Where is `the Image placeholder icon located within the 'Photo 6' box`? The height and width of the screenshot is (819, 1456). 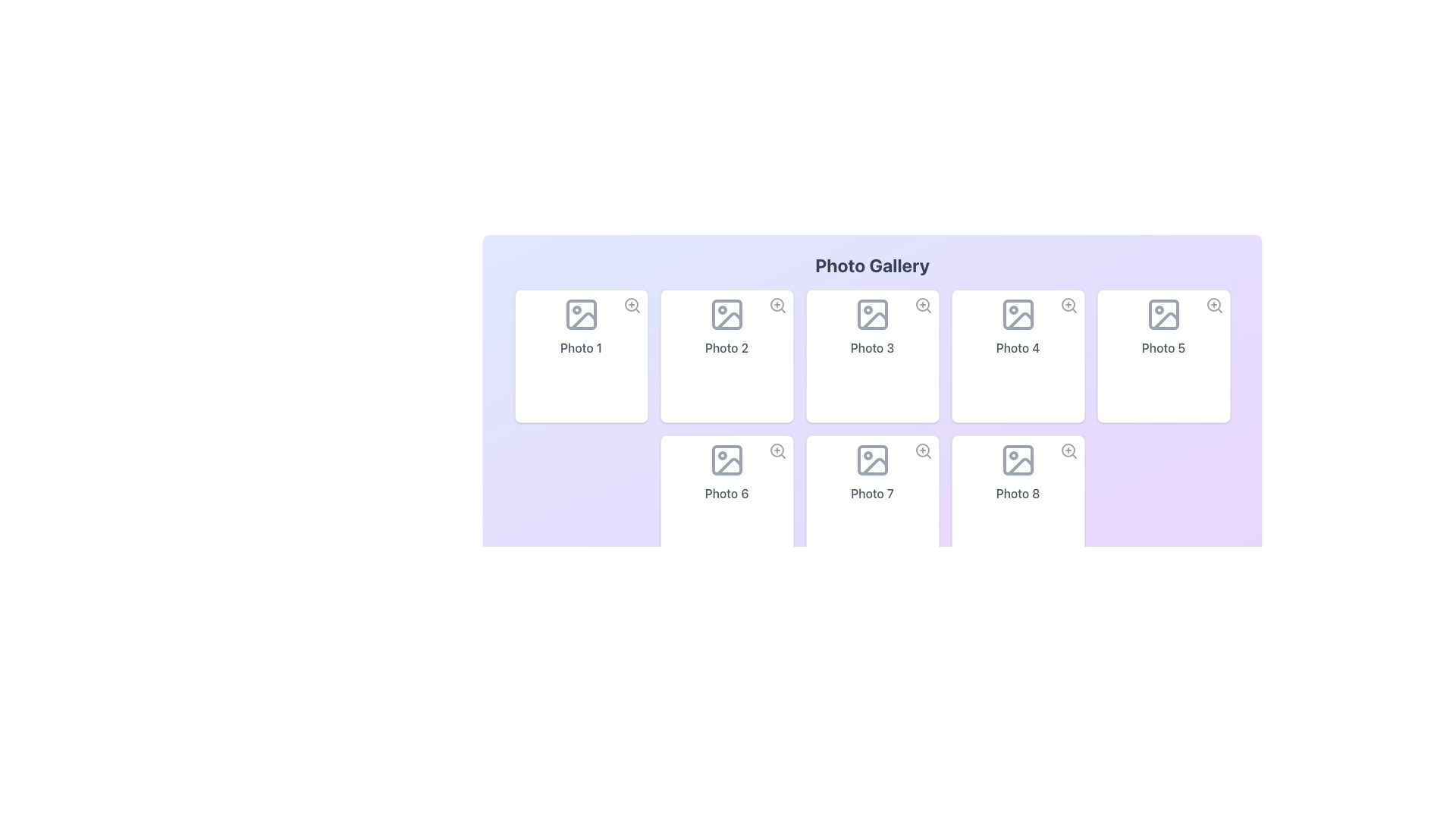
the Image placeholder icon located within the 'Photo 6' box is located at coordinates (726, 459).